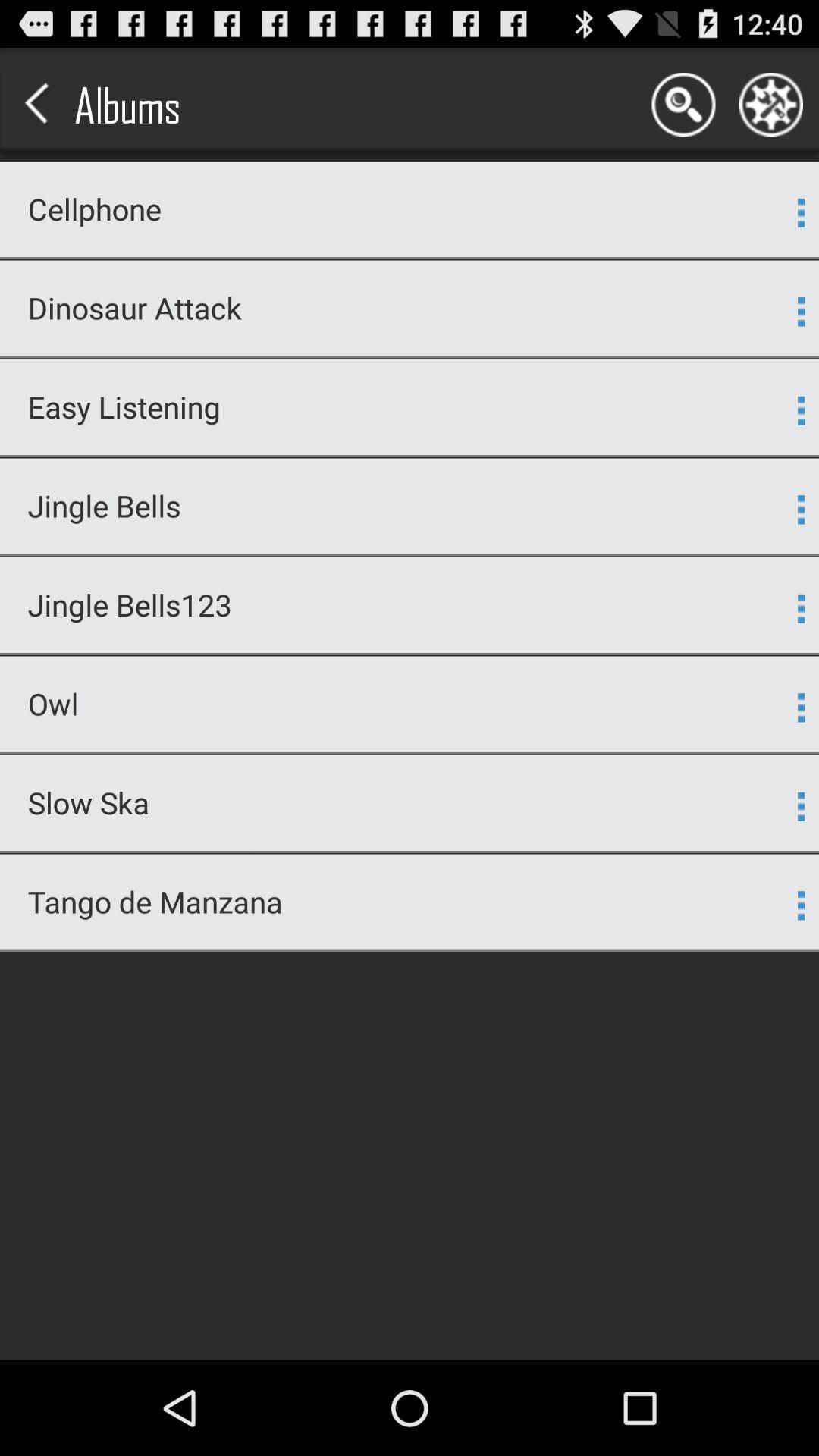 This screenshot has width=819, height=1456. Describe the element at coordinates (400, 506) in the screenshot. I see `jingle bells app` at that location.